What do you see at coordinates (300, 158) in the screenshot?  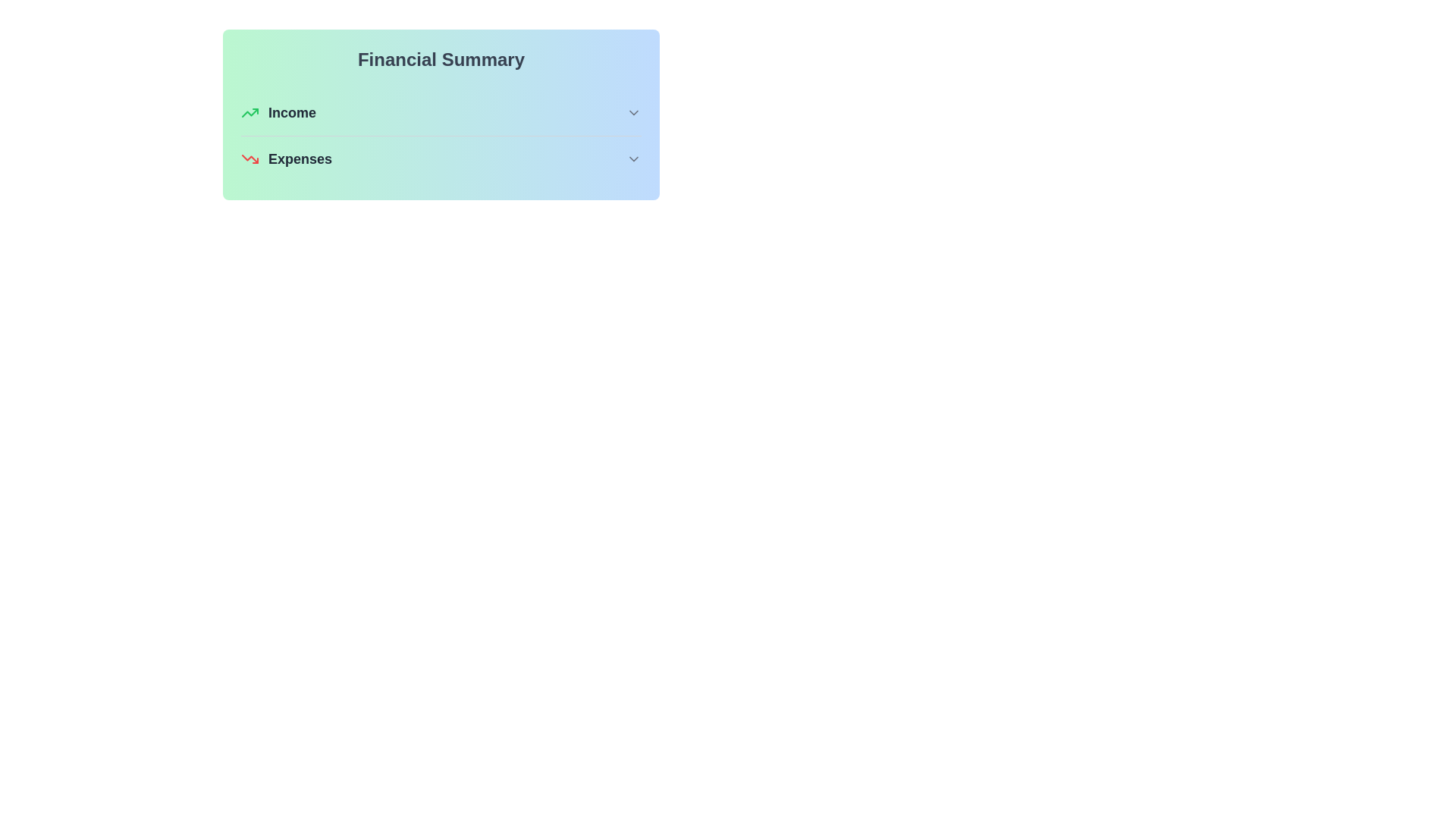 I see `the static text label displaying 'Expenses' in bold font, located in the financial summary section, directly below the 'Income' entry` at bounding box center [300, 158].